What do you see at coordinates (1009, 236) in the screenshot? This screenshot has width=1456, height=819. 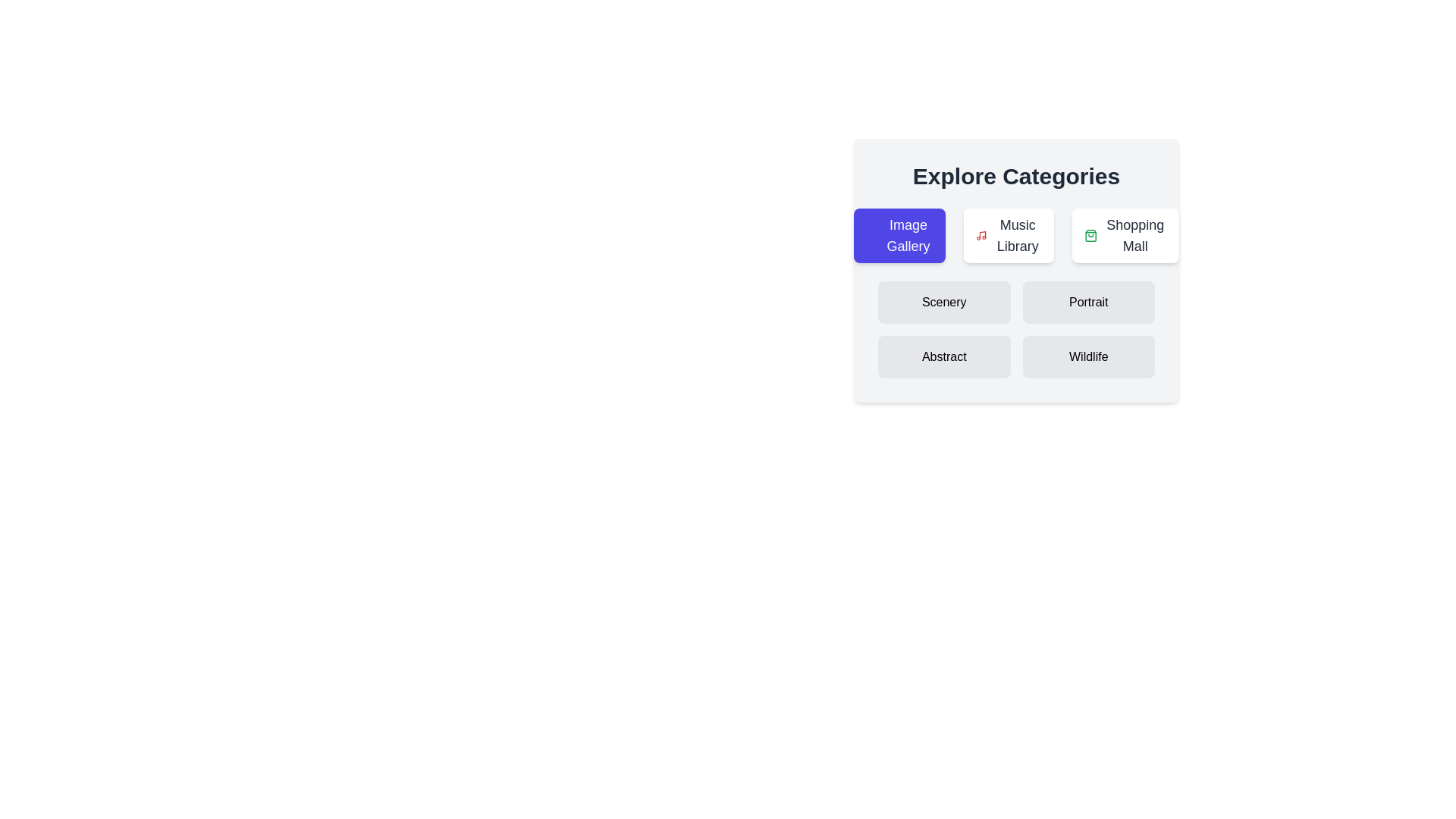 I see `the 'Music Library' button, which is a rectangular button with rounded corners, white background, gray text, and a red musical note icon, located in the 'Explore Categories' section between the 'Image Gallery' and 'Shopping Mall' buttons` at bounding box center [1009, 236].